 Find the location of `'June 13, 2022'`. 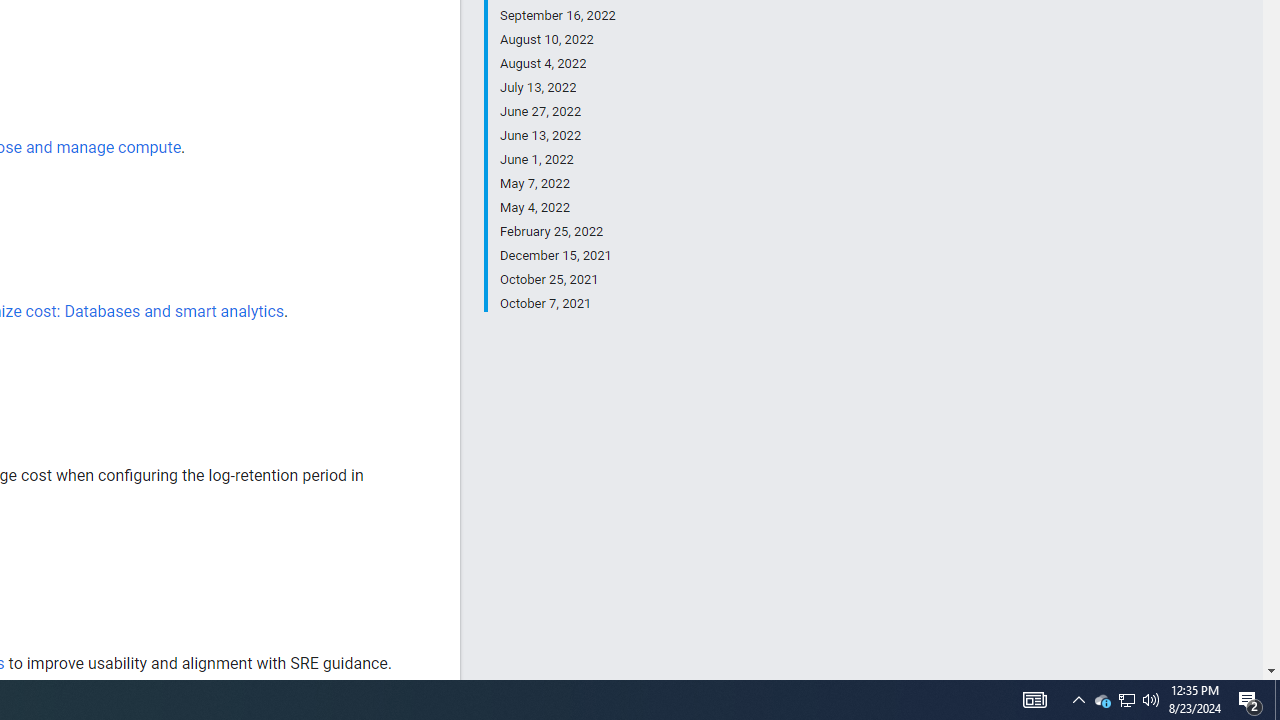

'June 13, 2022' is located at coordinates (557, 135).